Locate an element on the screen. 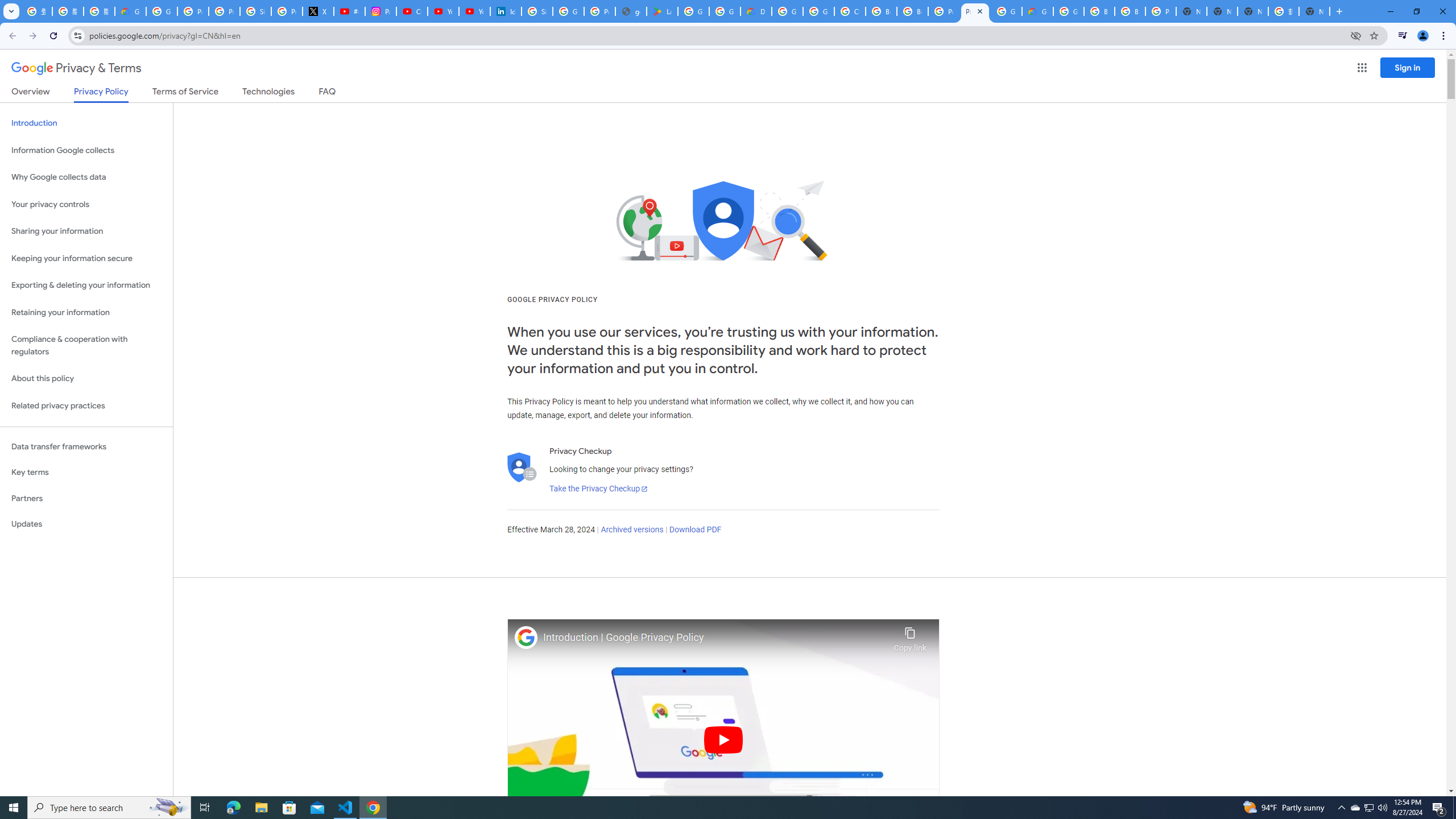 The height and width of the screenshot is (819, 1456). 'Partners' is located at coordinates (86, 498).